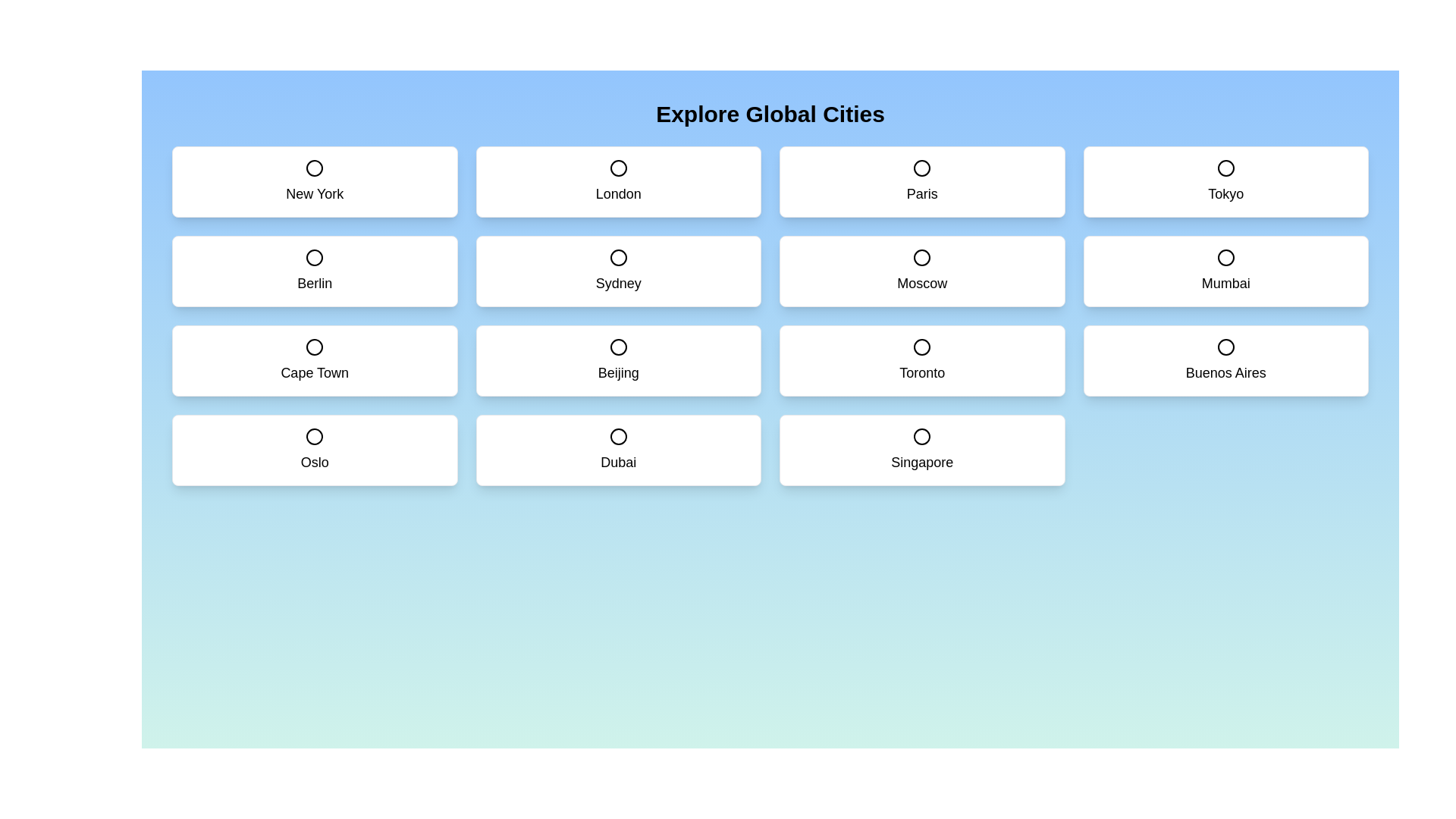  Describe the element at coordinates (1225, 360) in the screenshot. I see `the city card labeled Buenos Aires to toggle its selection state` at that location.